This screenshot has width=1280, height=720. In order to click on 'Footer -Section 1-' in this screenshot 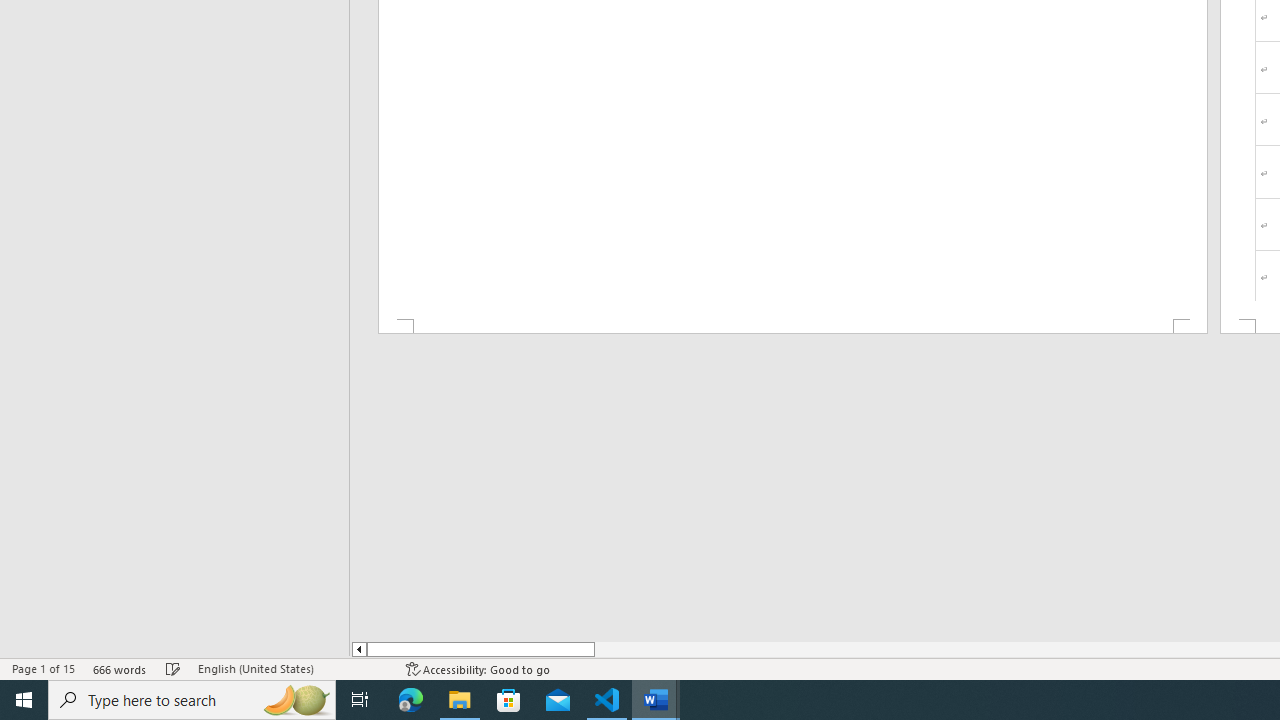, I will do `click(791, 325)`.